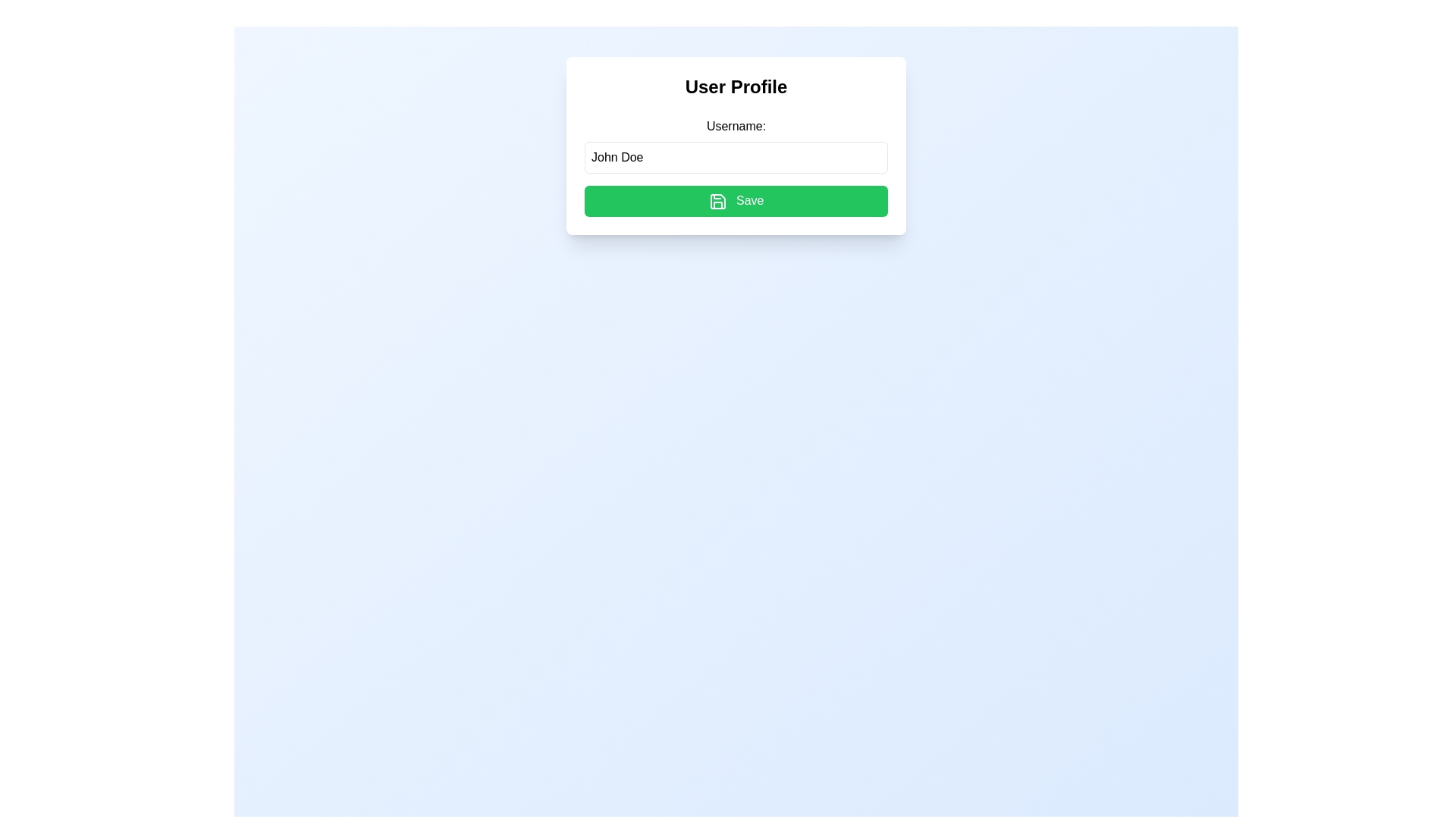 The width and height of the screenshot is (1456, 819). What do you see at coordinates (717, 200) in the screenshot?
I see `the green button labeled 'Save' that contains a floppy disk icon, located at the center bottom of a white card layout, to perform the save action` at bounding box center [717, 200].